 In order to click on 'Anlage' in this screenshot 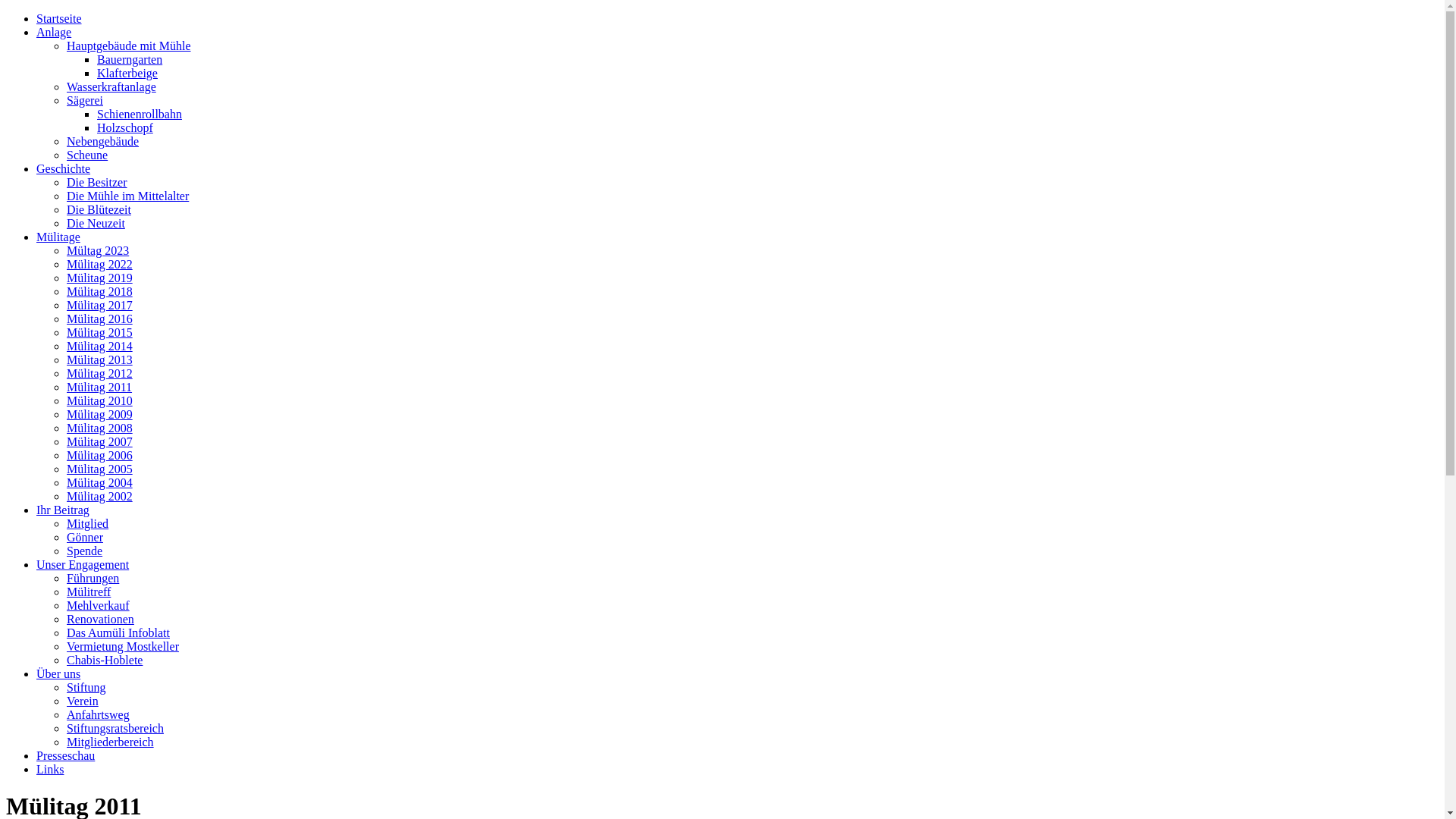, I will do `click(54, 32)`.